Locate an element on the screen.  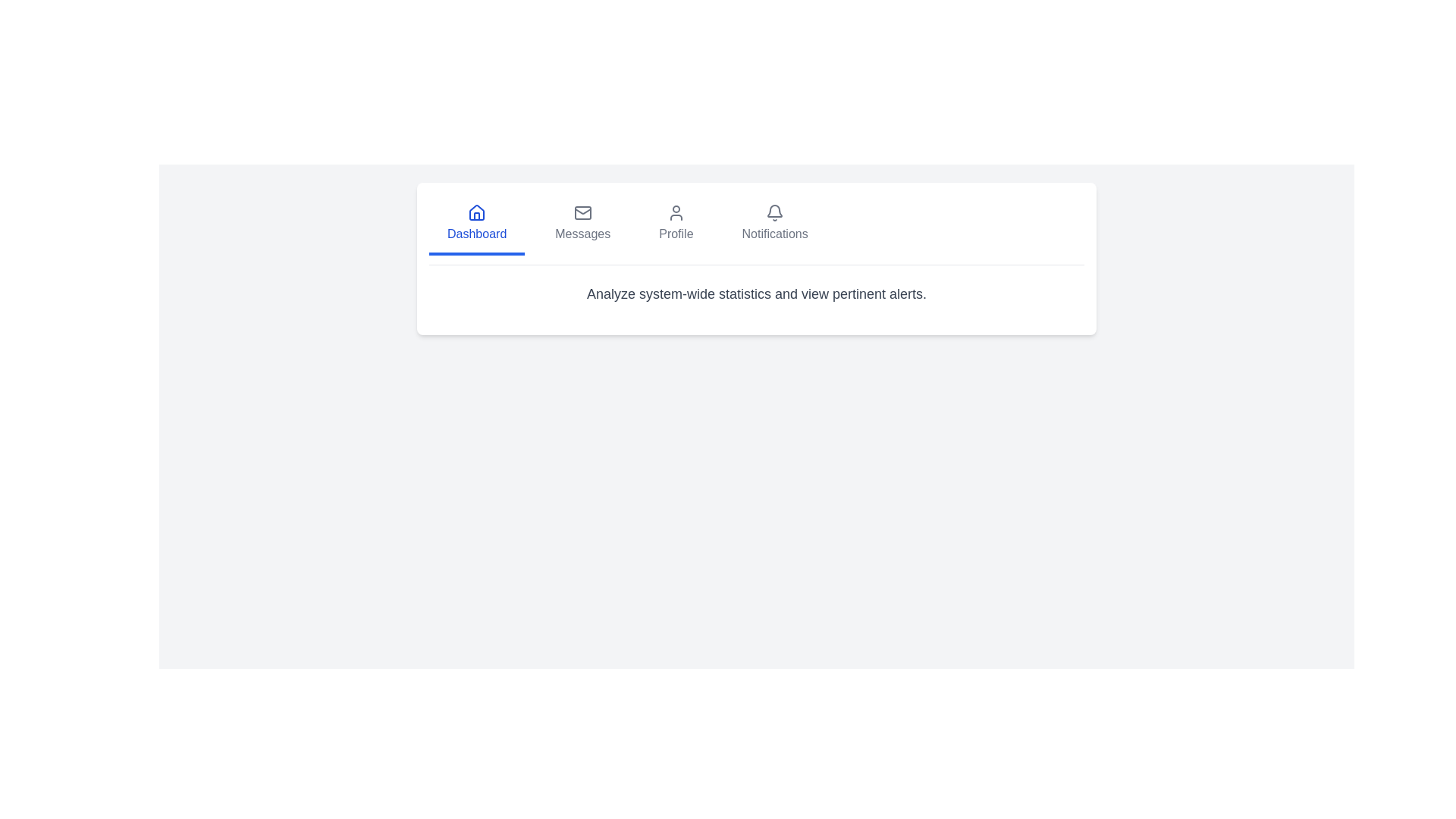
the Profile tab by clicking on its respective label is located at coordinates (676, 225).